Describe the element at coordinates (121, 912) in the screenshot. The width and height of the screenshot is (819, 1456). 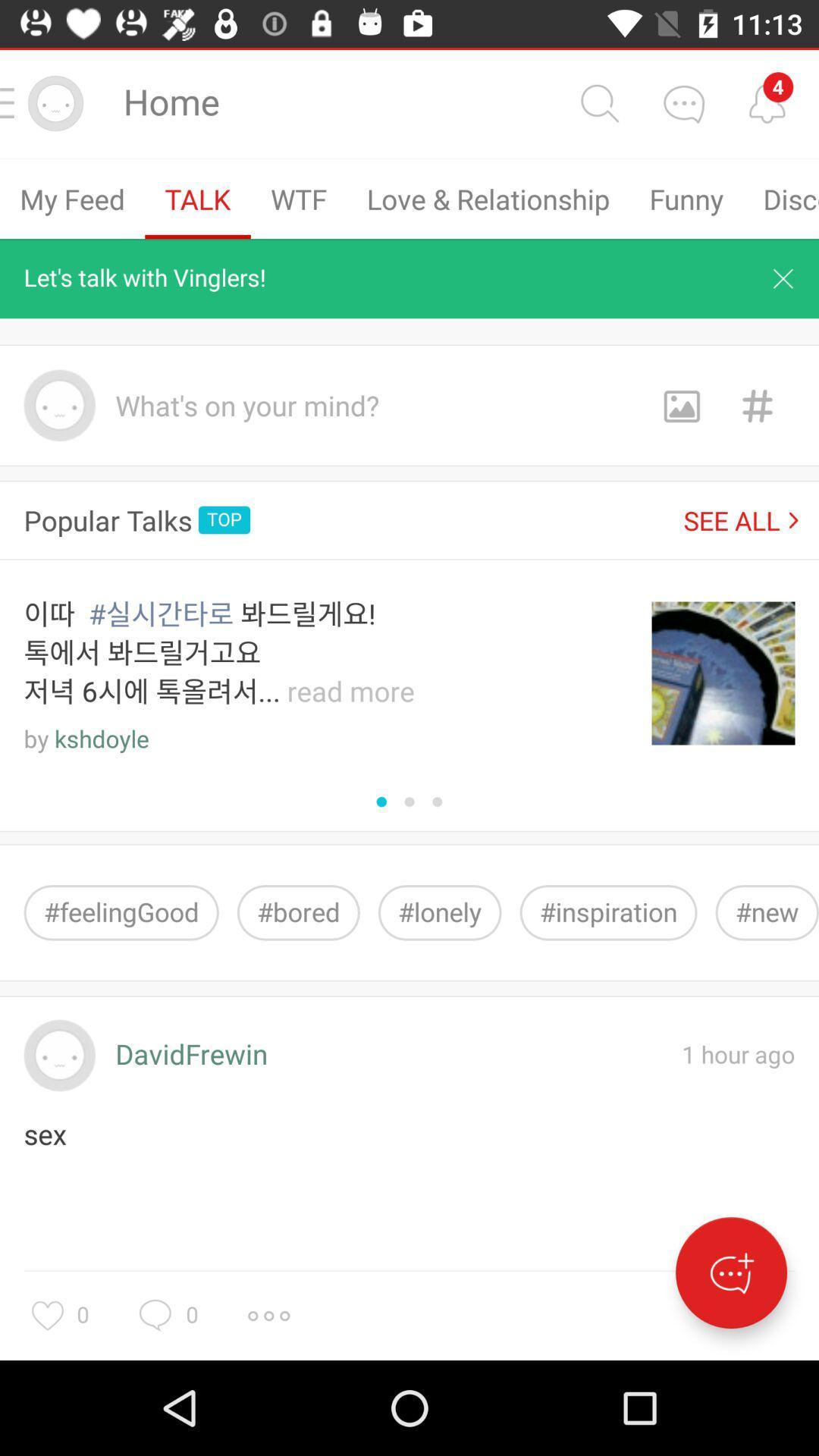
I see `#feelinggood` at that location.